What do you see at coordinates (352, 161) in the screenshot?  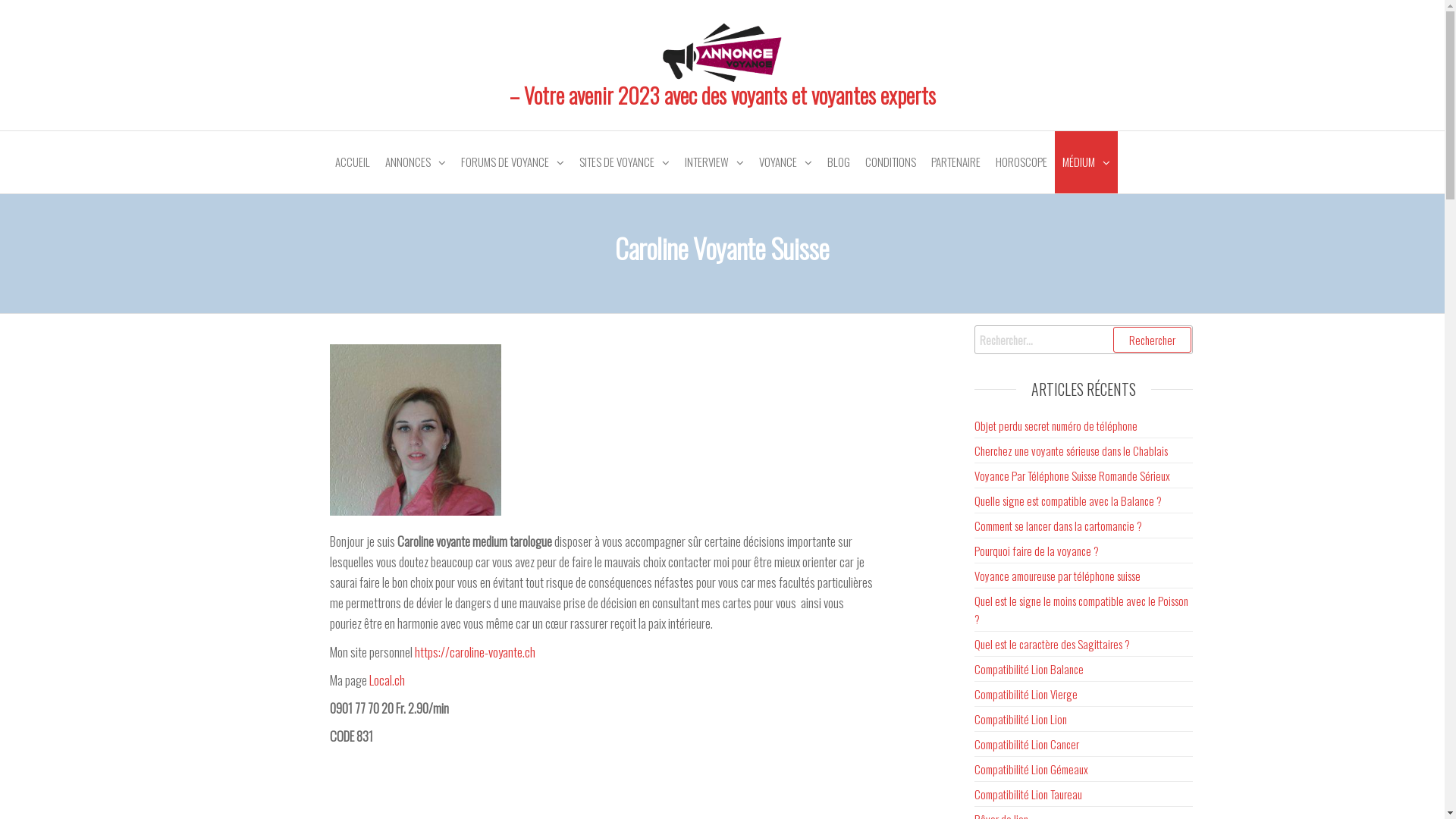 I see `'ACCUEIL'` at bounding box center [352, 161].